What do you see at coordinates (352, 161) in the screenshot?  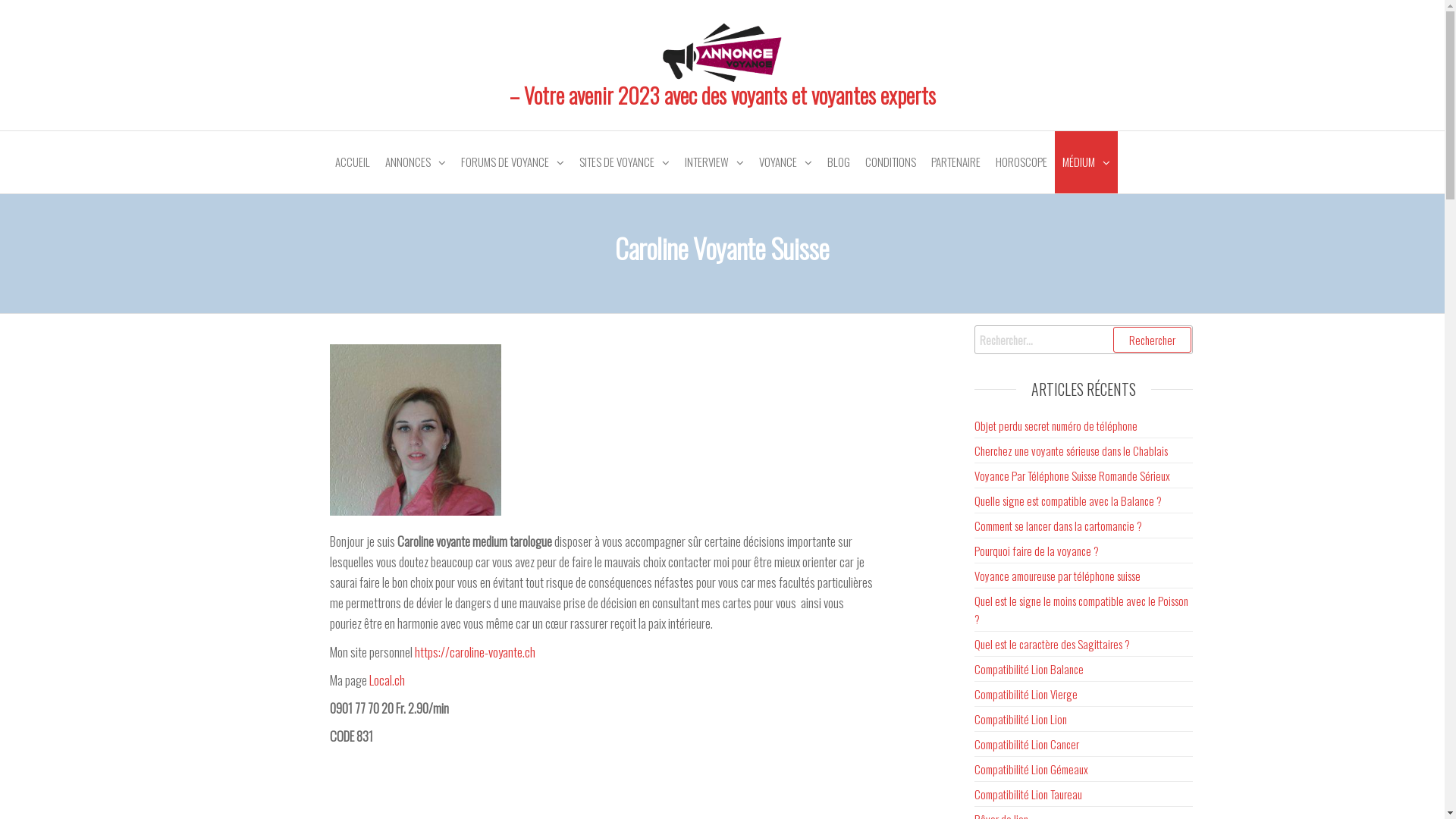 I see `'ACCUEIL'` at bounding box center [352, 161].